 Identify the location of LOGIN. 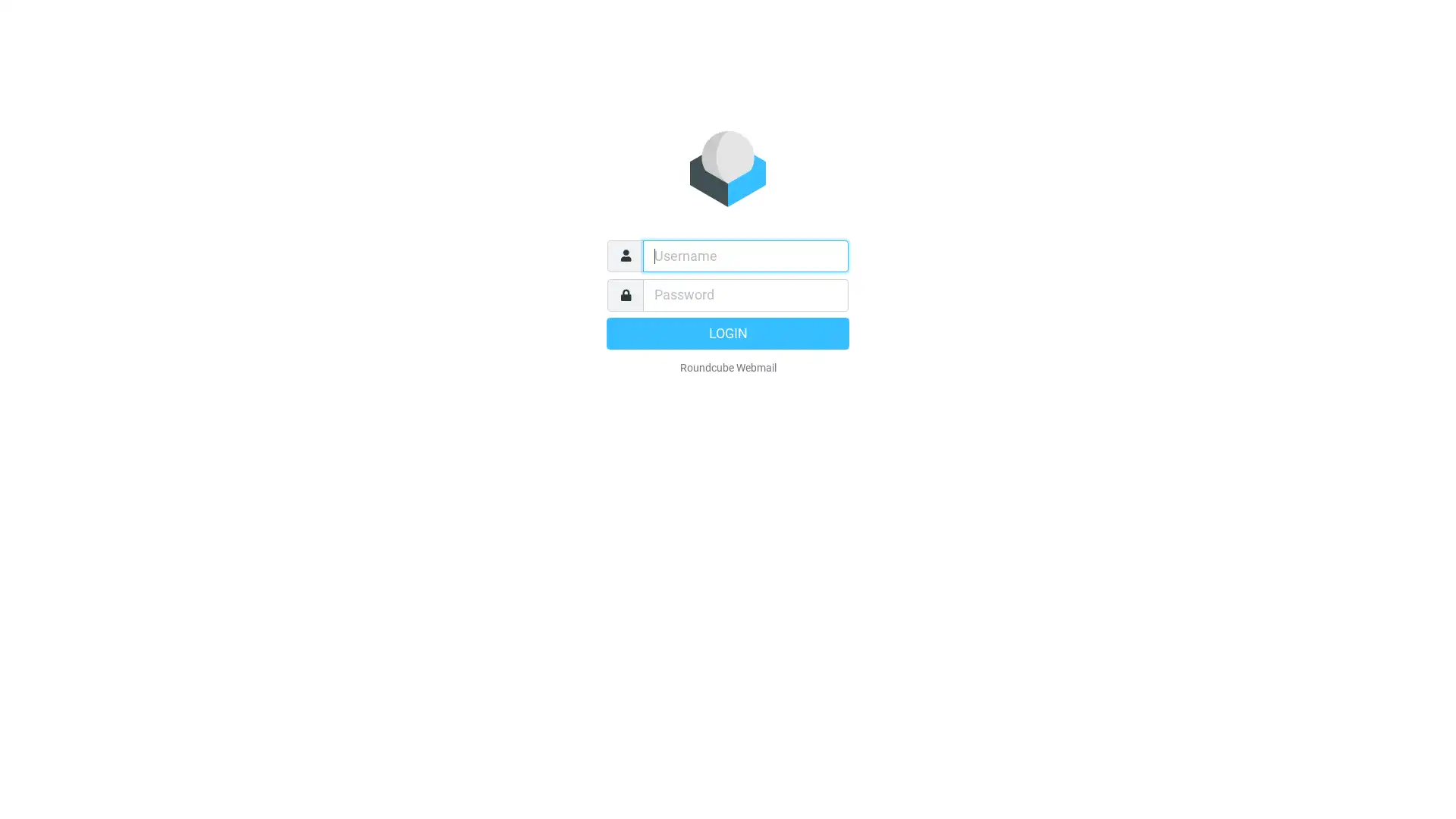
(728, 332).